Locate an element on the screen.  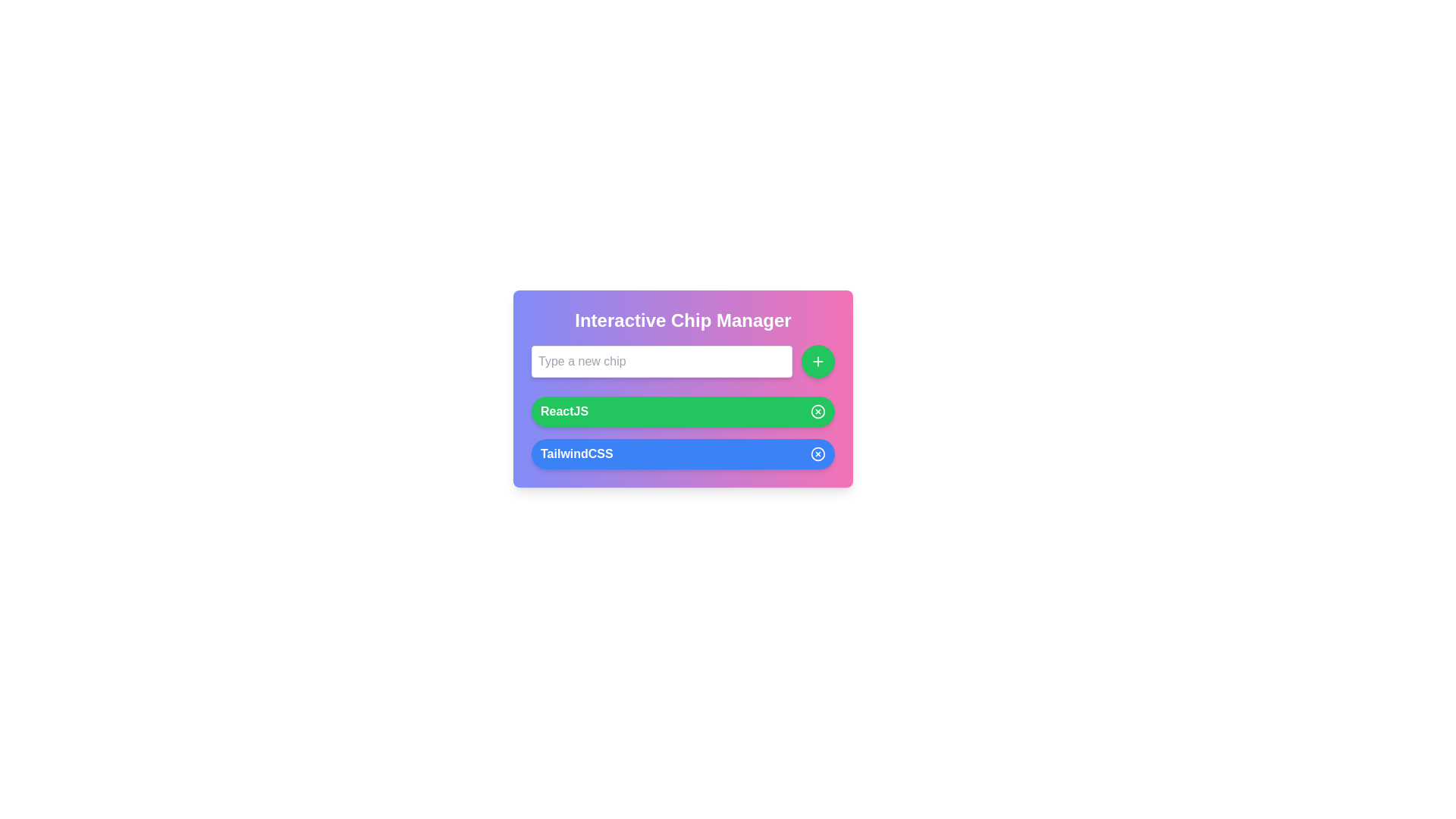
the circular green button with a white plus sign is located at coordinates (817, 362).